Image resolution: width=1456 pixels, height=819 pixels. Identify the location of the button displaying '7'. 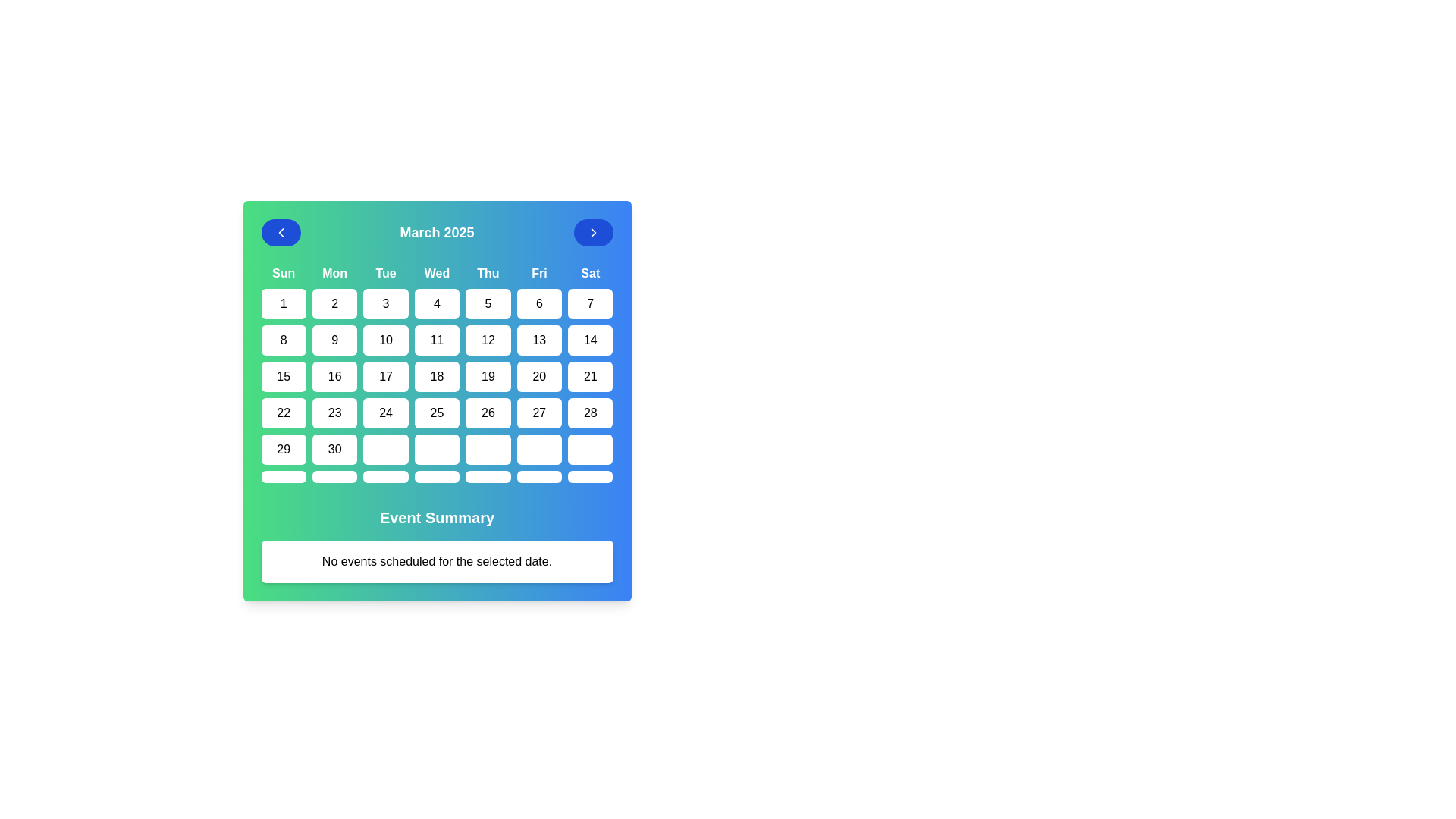
(589, 304).